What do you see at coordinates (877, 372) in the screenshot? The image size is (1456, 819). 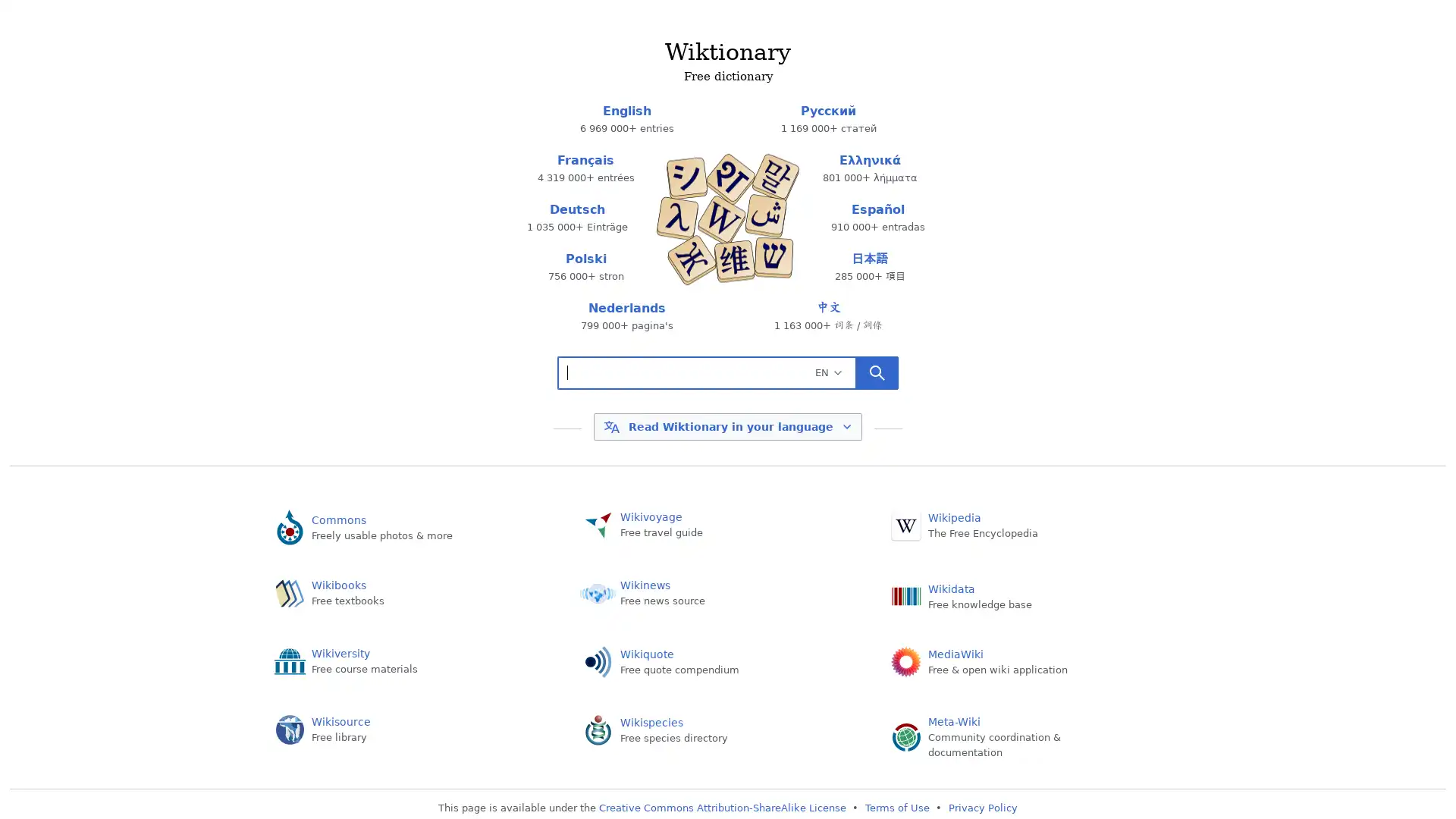 I see `Search` at bounding box center [877, 372].